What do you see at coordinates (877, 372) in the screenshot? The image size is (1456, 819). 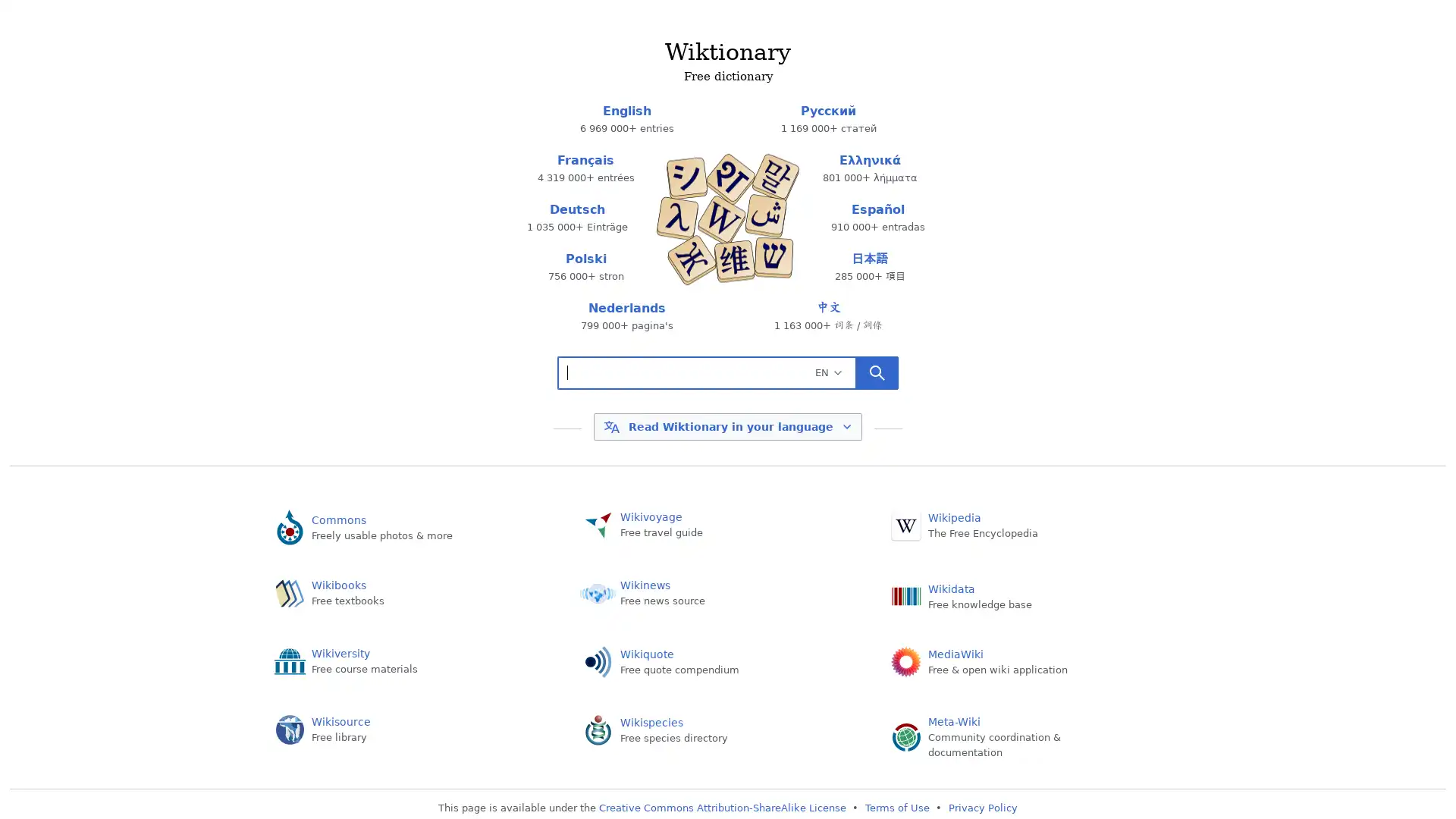 I see `Search` at bounding box center [877, 372].